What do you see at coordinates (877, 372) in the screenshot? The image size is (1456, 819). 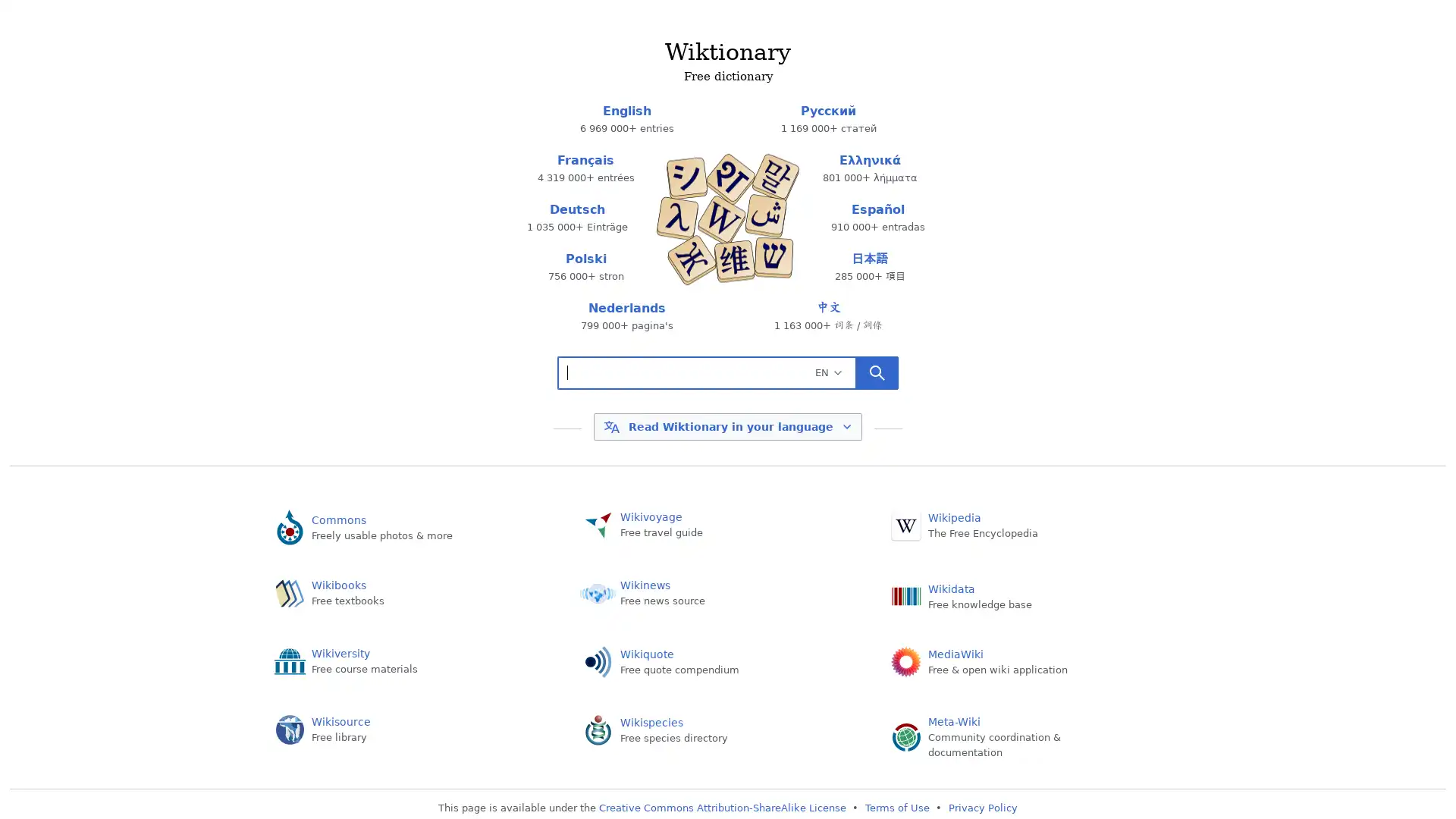 I see `Search` at bounding box center [877, 372].